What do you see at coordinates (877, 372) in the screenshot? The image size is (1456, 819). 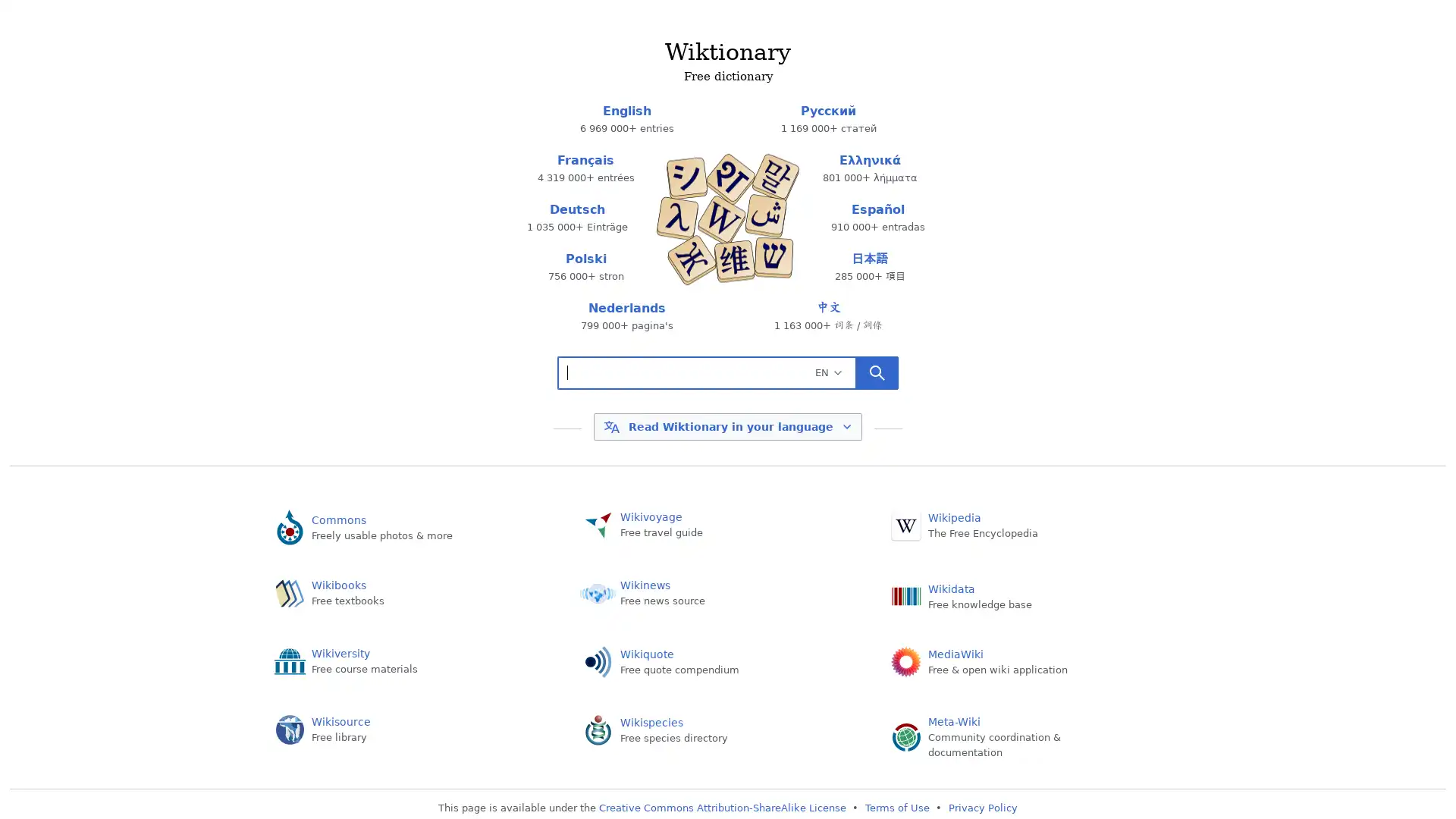 I see `Search` at bounding box center [877, 372].